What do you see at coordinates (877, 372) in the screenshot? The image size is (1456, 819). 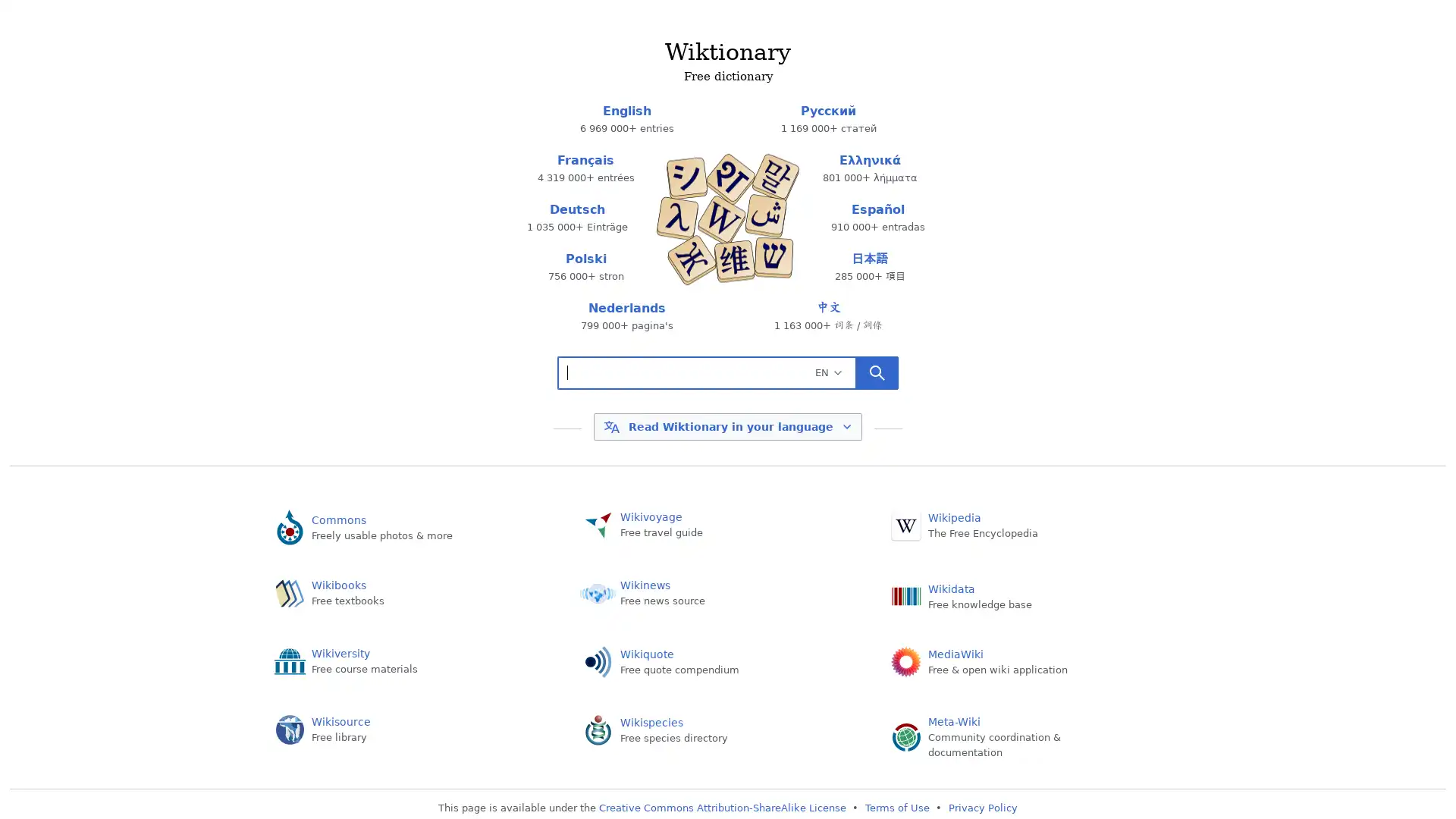 I see `Search` at bounding box center [877, 372].